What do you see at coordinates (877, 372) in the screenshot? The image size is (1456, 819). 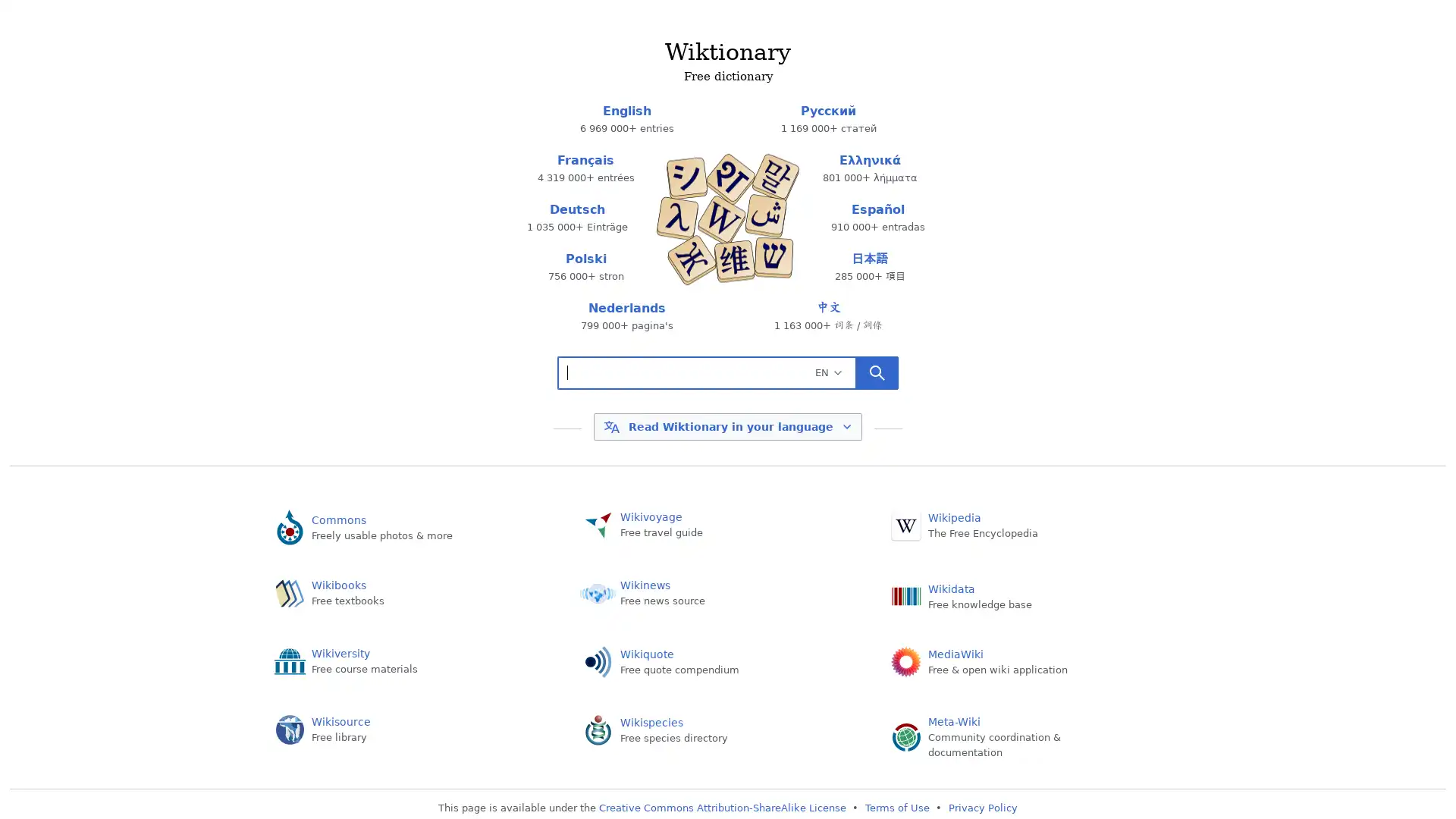 I see `Search` at bounding box center [877, 372].